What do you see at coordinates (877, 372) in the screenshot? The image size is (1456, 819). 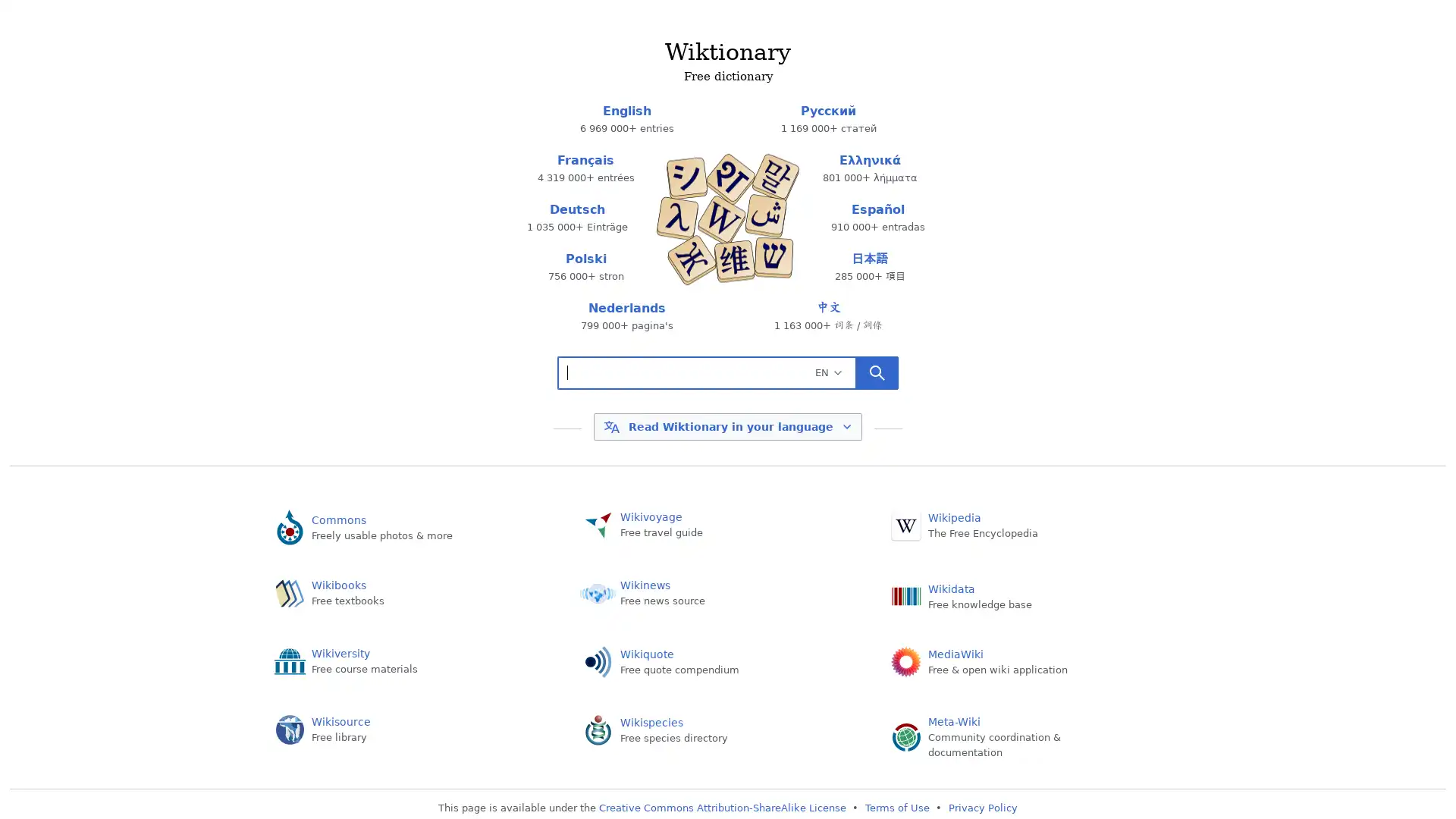 I see `Search` at bounding box center [877, 372].